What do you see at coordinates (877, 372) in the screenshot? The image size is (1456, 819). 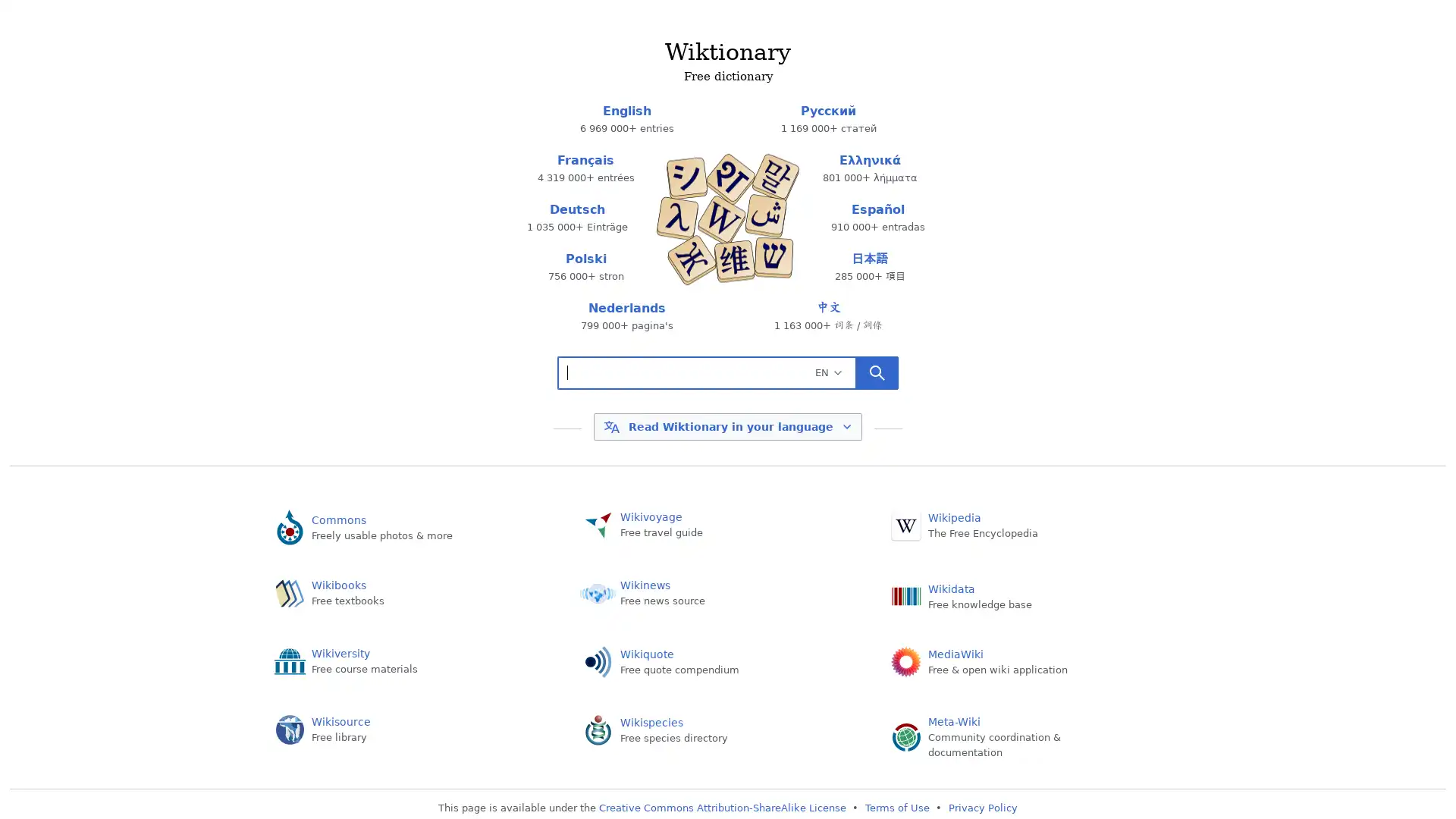 I see `Search` at bounding box center [877, 372].